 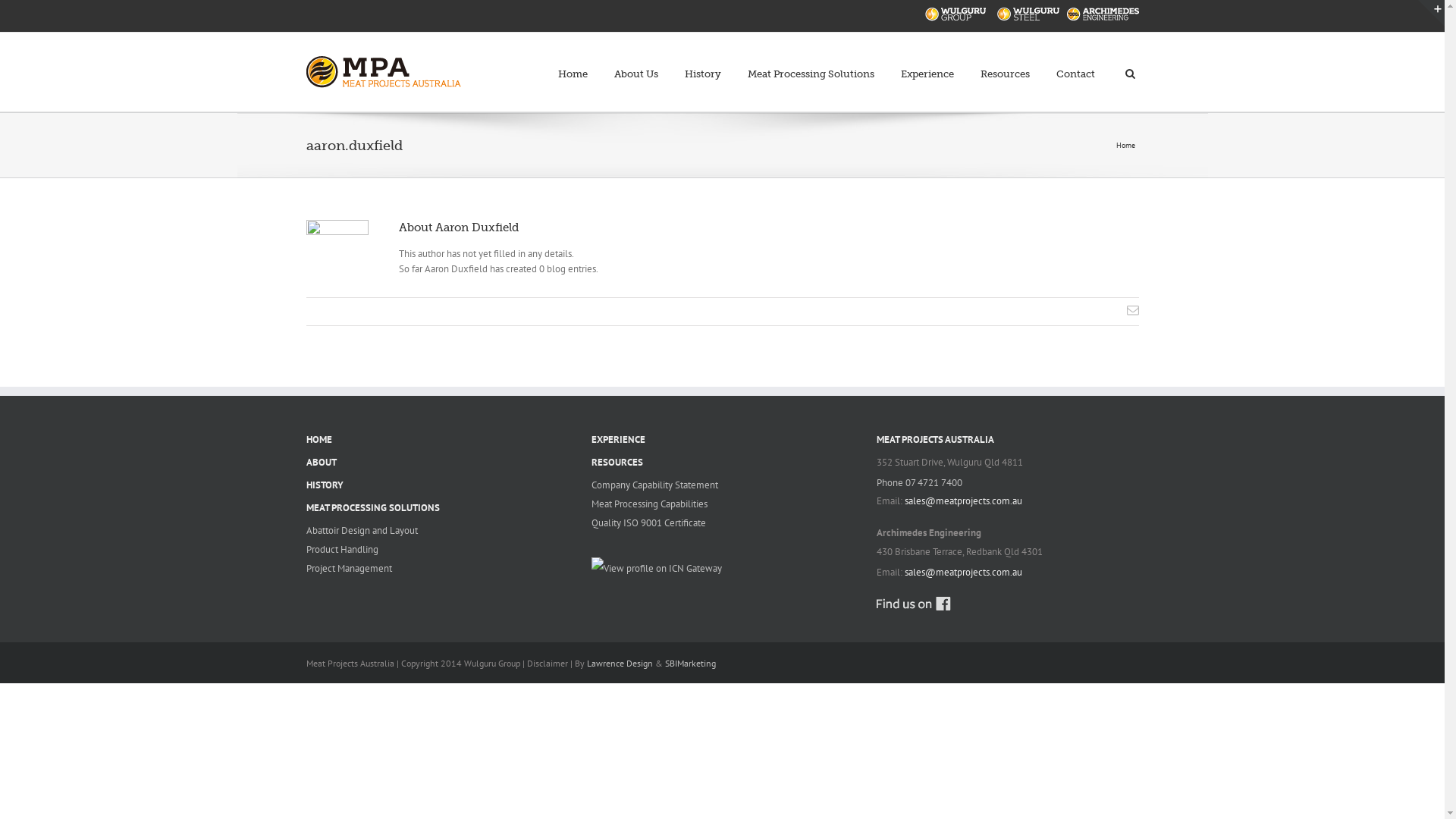 I want to click on 'Mail', so click(x=1132, y=309).